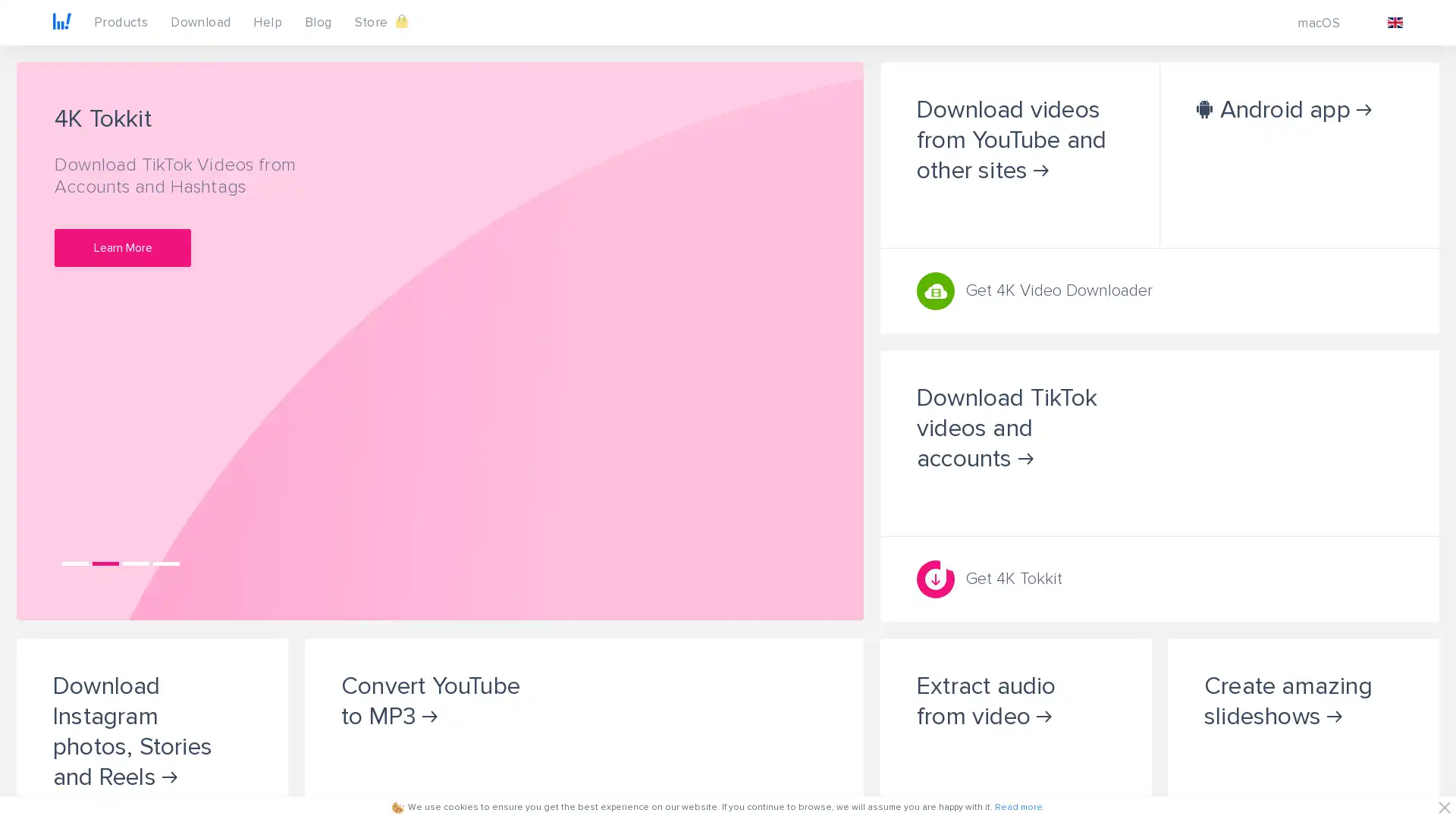  Describe the element at coordinates (273, 422) in the screenshot. I see `Validate email` at that location.